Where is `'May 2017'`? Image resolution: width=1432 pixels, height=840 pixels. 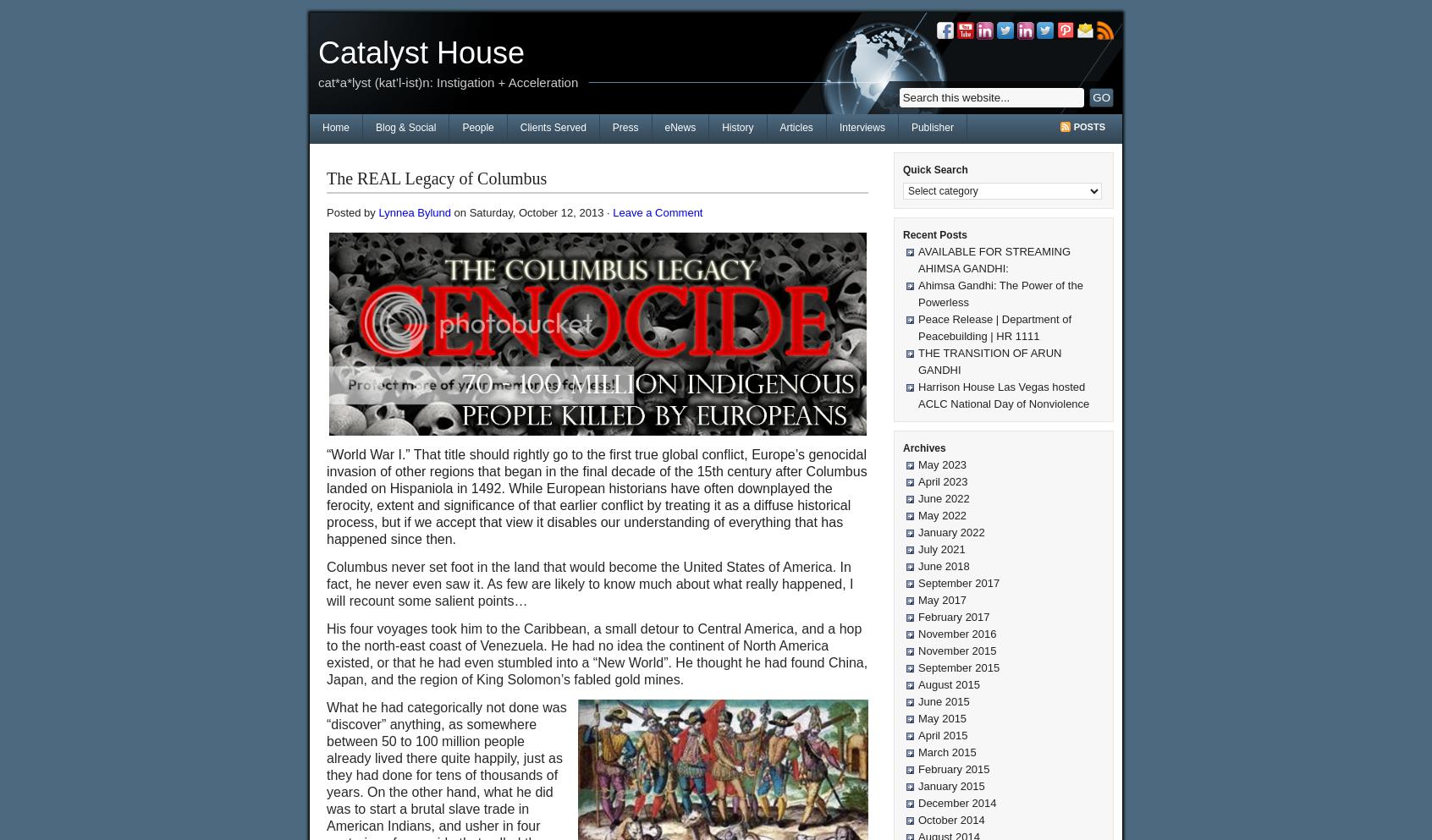 'May 2017' is located at coordinates (942, 599).